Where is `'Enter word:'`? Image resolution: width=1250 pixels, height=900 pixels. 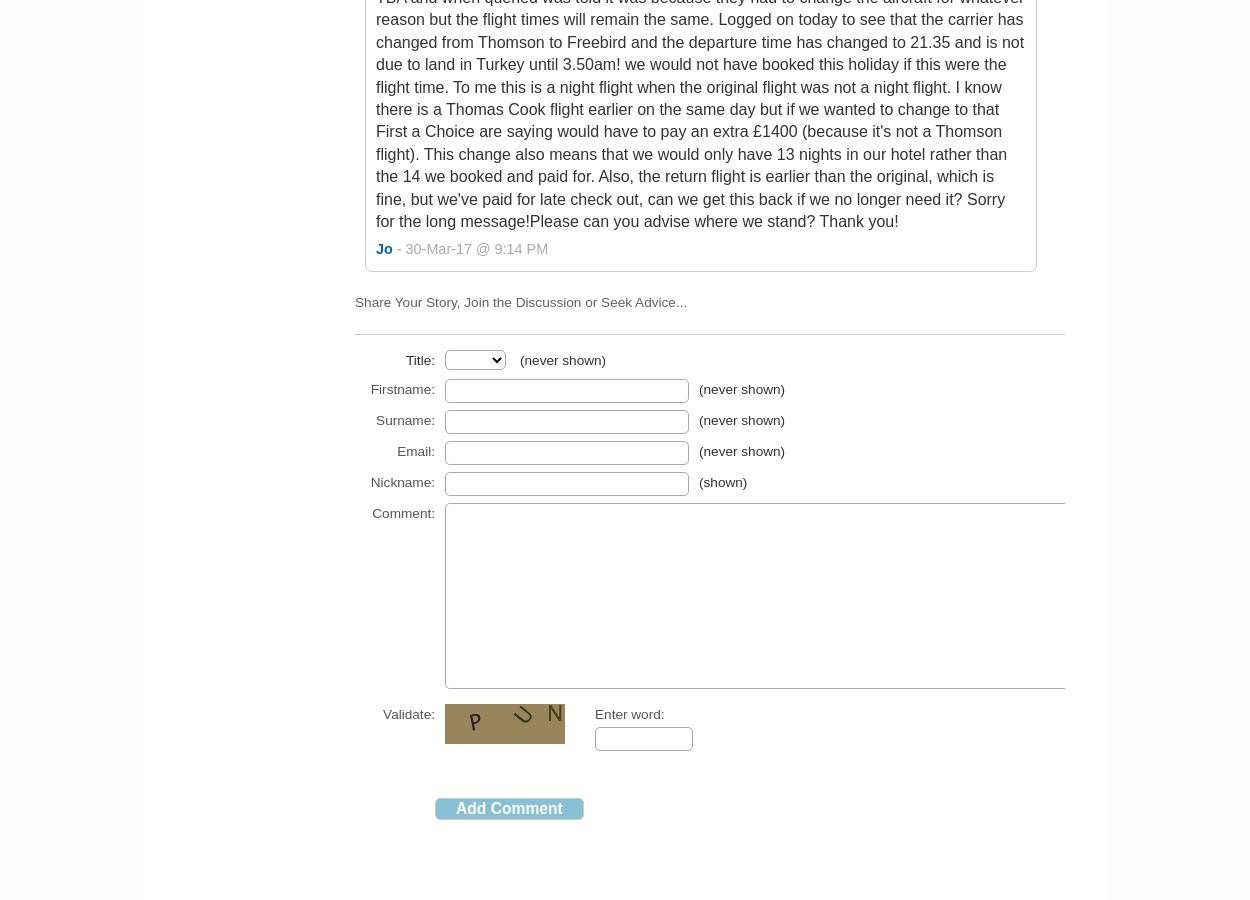
'Enter word:' is located at coordinates (594, 713).